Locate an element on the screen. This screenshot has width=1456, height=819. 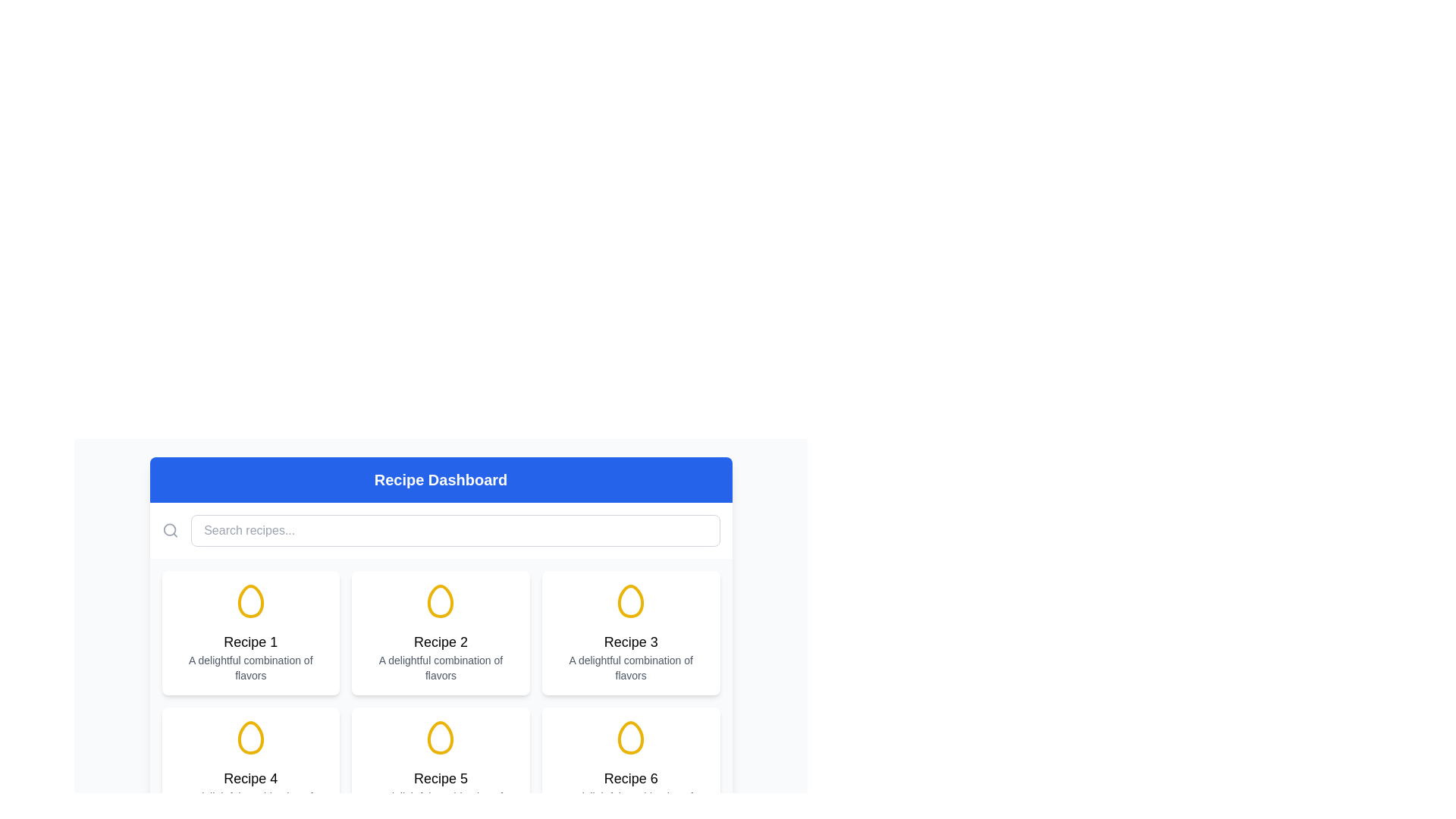
text content of the main title label located in the bottom-right corner of the recipe card, positioned above the subtitle 'A delightful combination of flavors' and below an egg-shaped icon is located at coordinates (631, 778).